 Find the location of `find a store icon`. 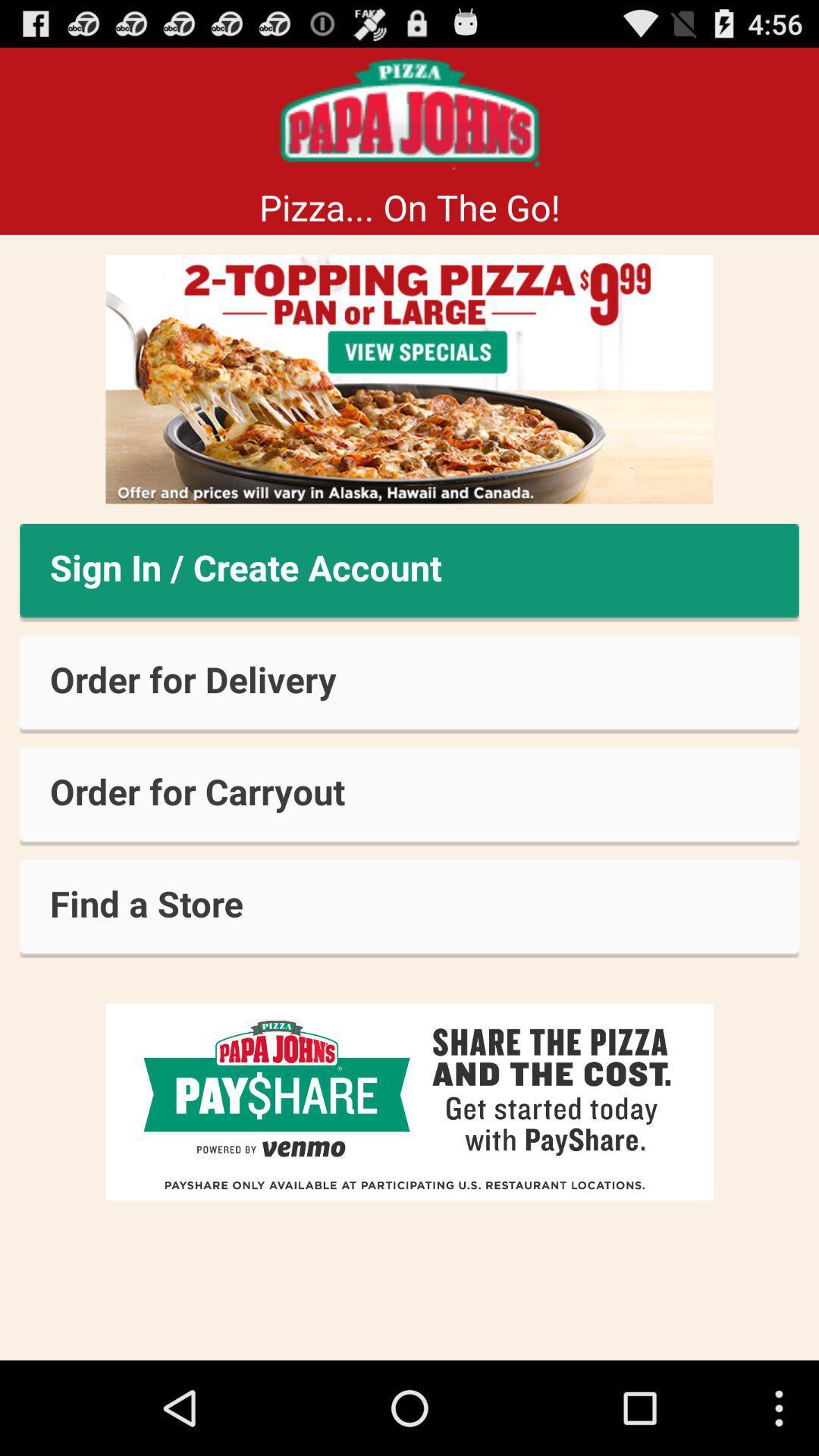

find a store icon is located at coordinates (409, 908).